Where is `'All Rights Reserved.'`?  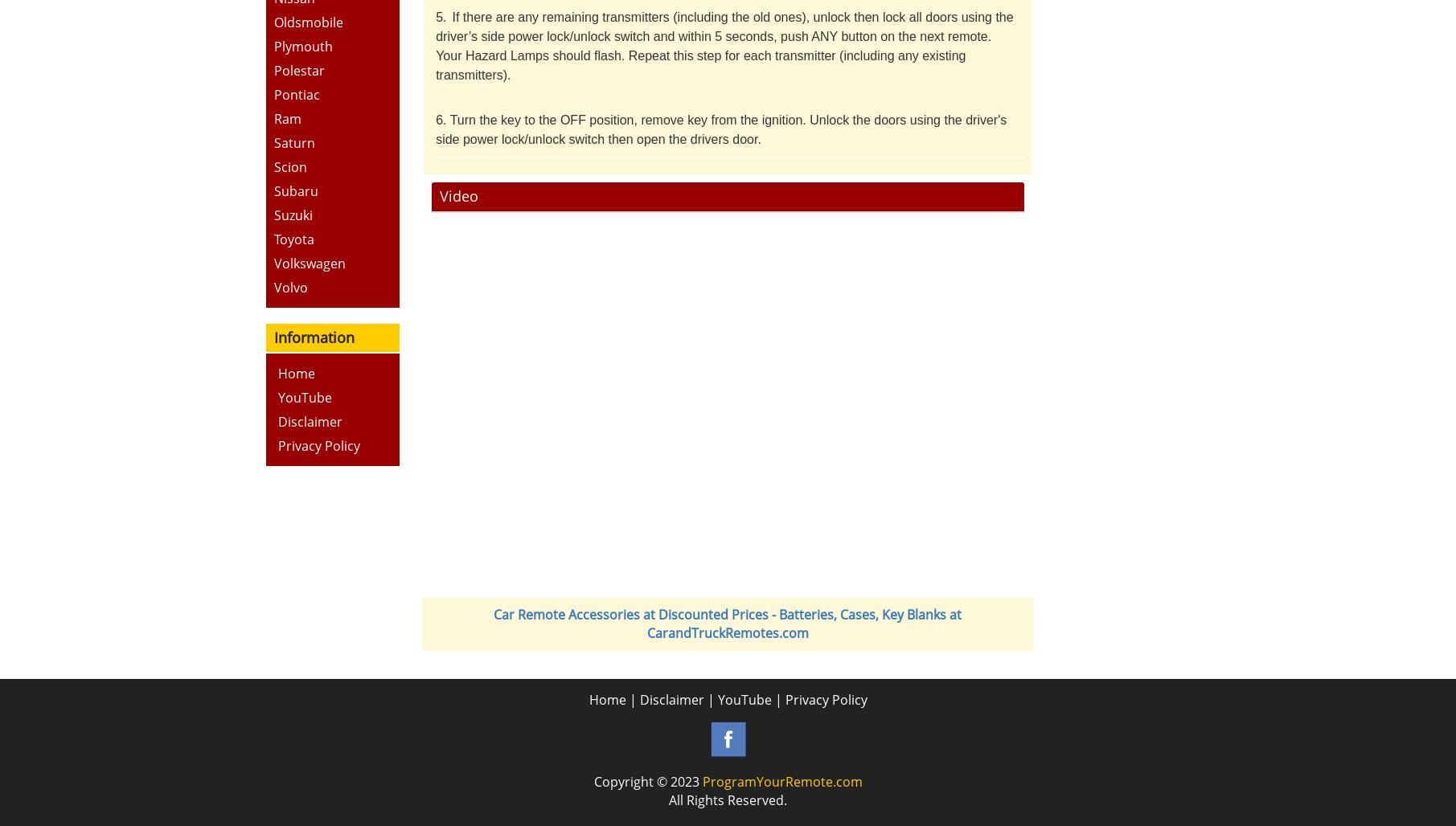
'All Rights Reserved.' is located at coordinates (668, 799).